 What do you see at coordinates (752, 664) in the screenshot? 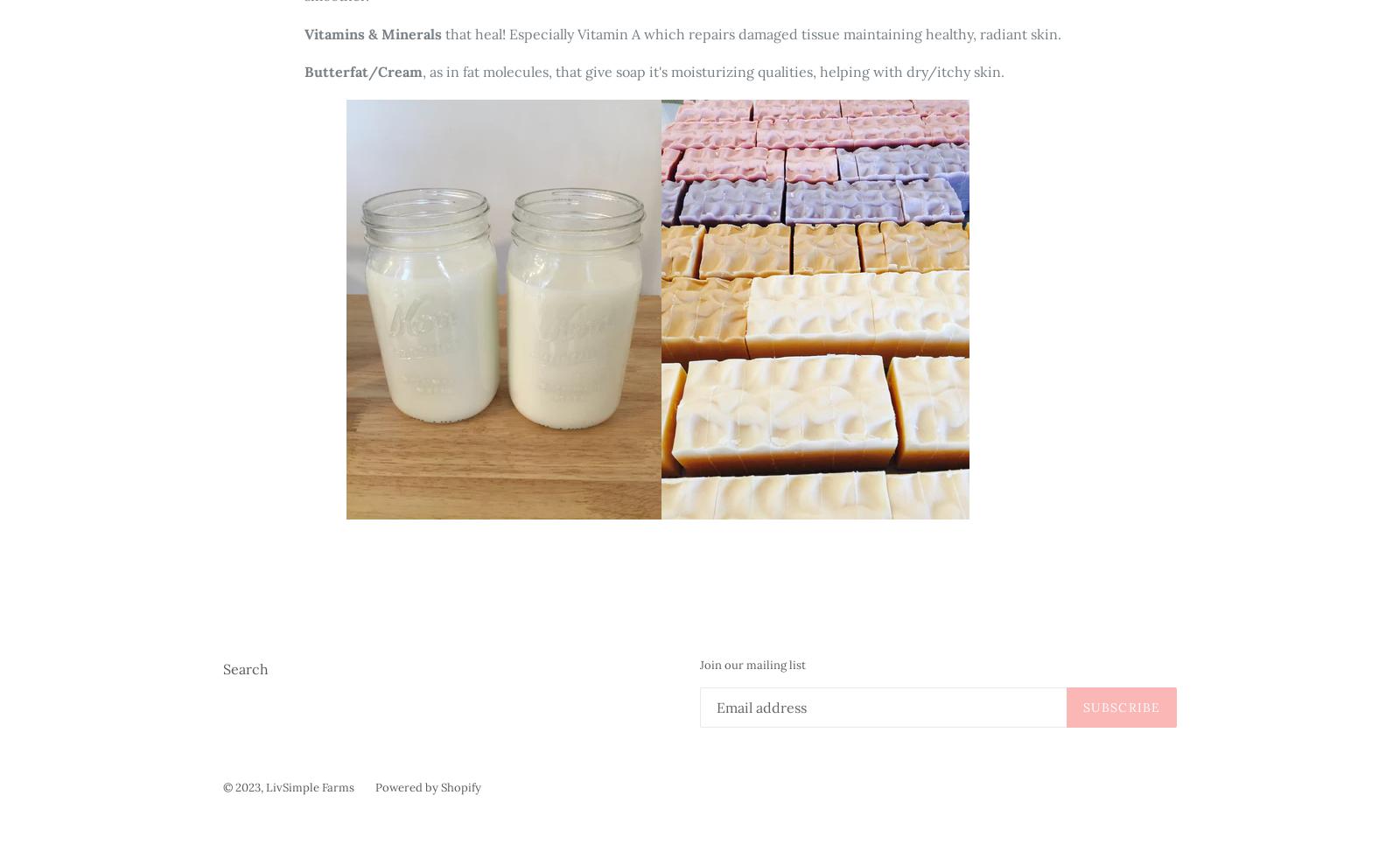
I see `'Join our mailing list'` at bounding box center [752, 664].